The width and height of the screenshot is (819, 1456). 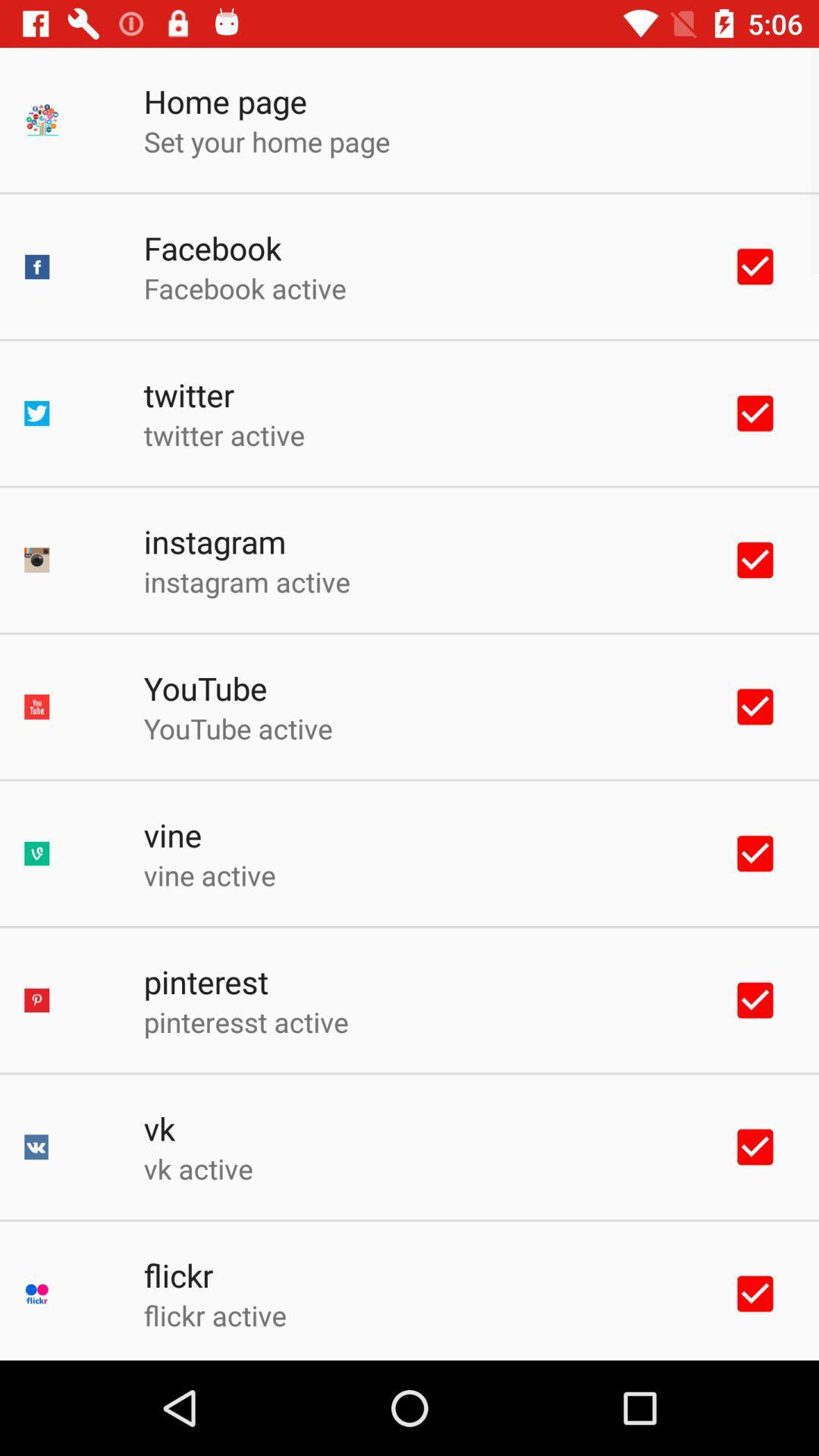 What do you see at coordinates (224, 434) in the screenshot?
I see `twitter active` at bounding box center [224, 434].